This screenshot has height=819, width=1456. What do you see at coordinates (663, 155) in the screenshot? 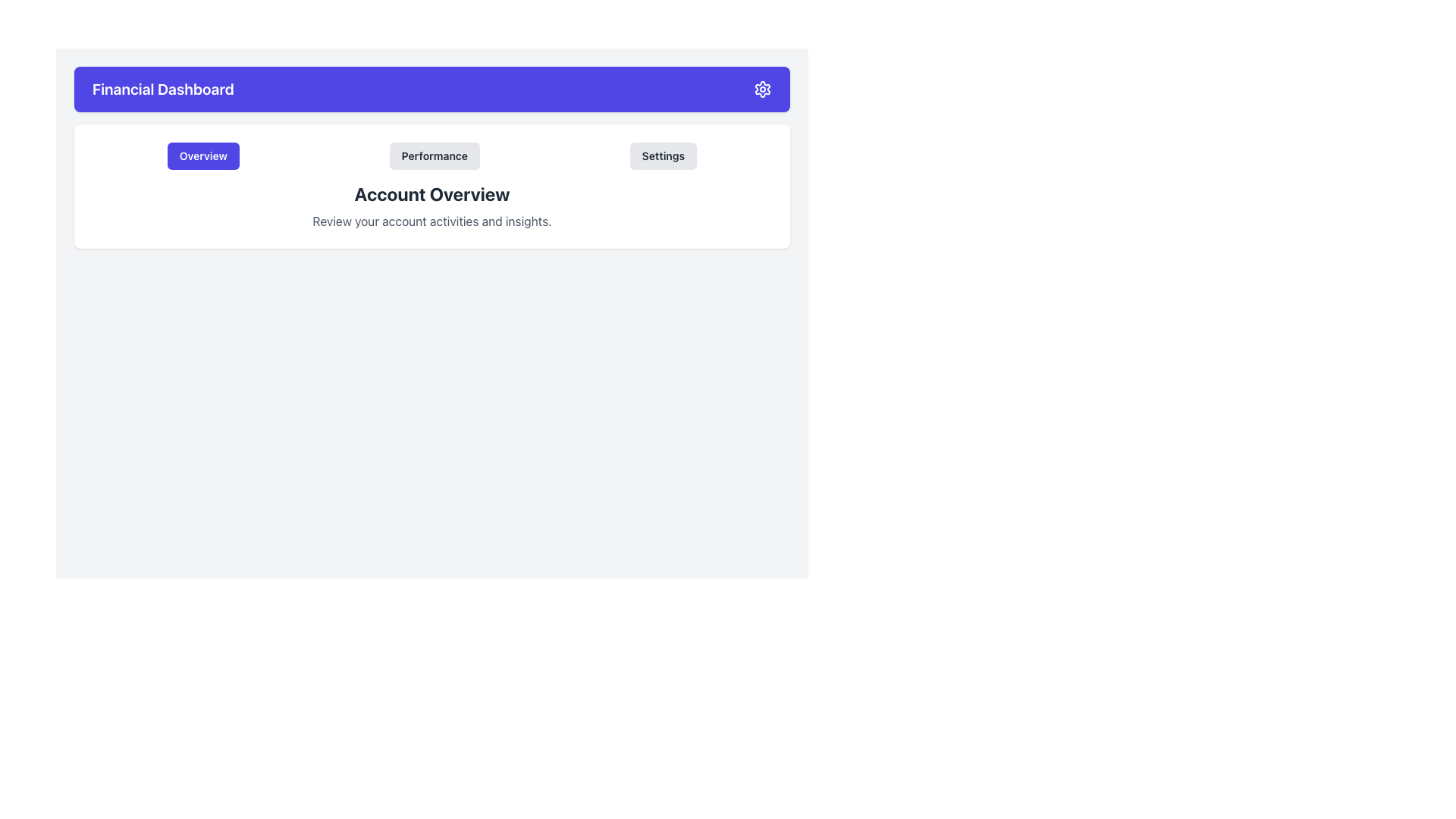
I see `the 'Settings' button` at bounding box center [663, 155].